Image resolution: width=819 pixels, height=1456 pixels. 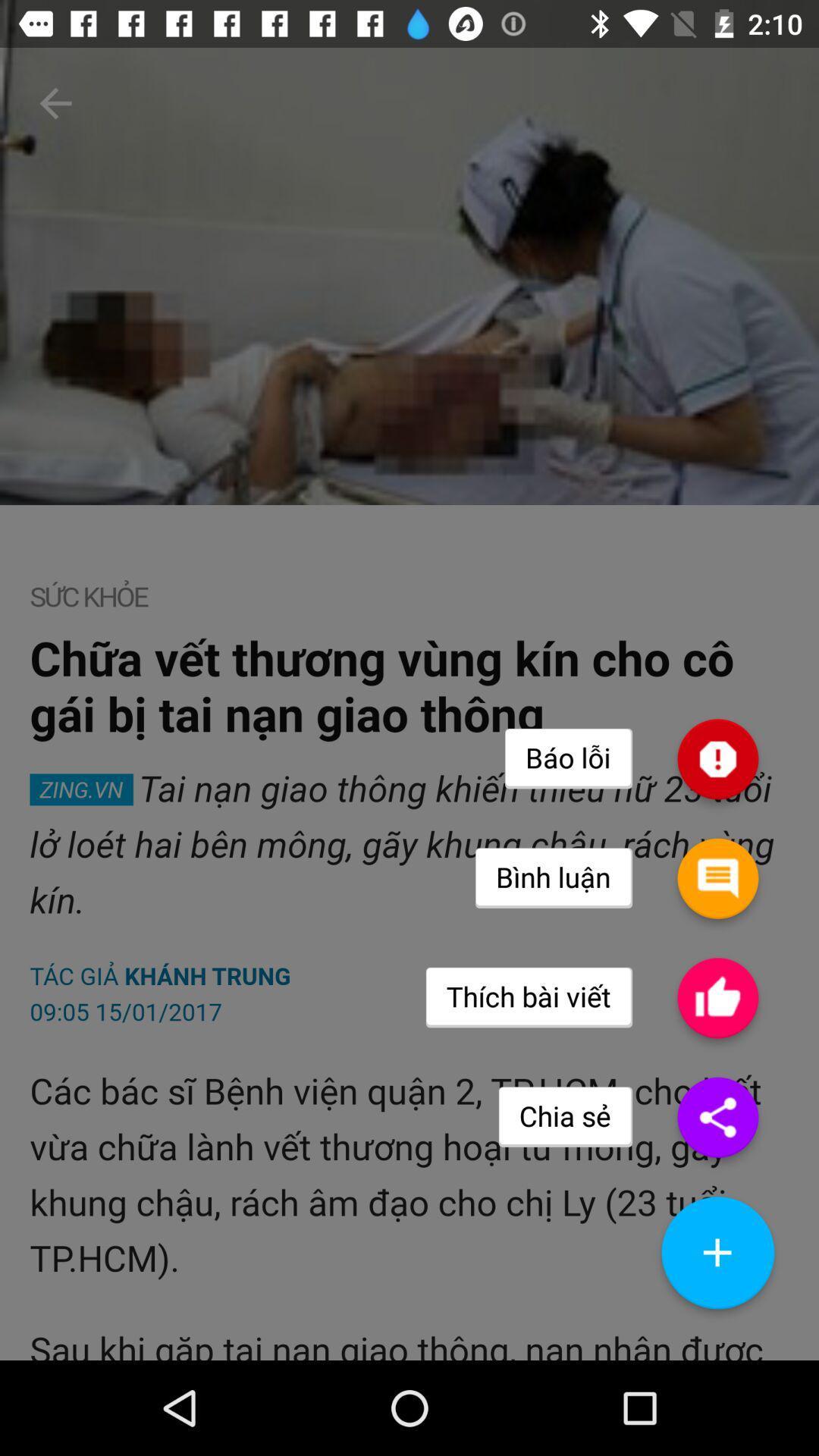 I want to click on the share icon, so click(x=717, y=1201).